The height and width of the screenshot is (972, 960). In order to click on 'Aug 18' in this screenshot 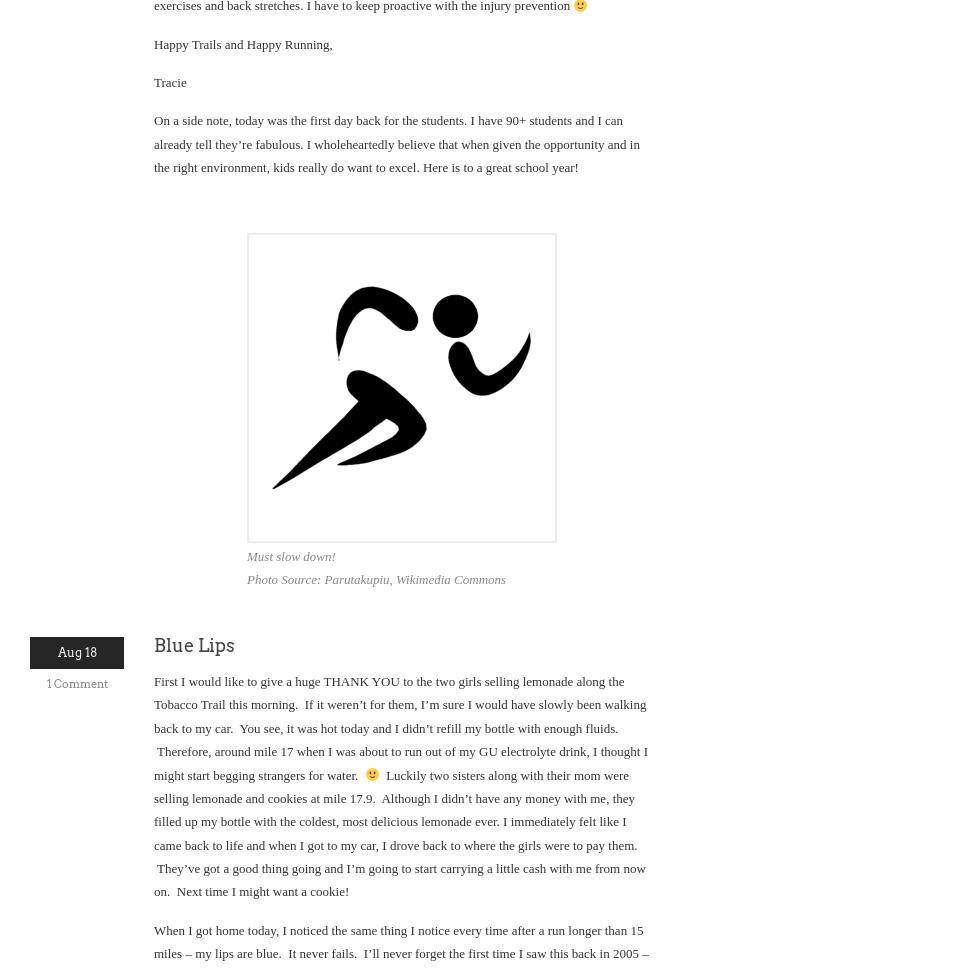, I will do `click(76, 651)`.